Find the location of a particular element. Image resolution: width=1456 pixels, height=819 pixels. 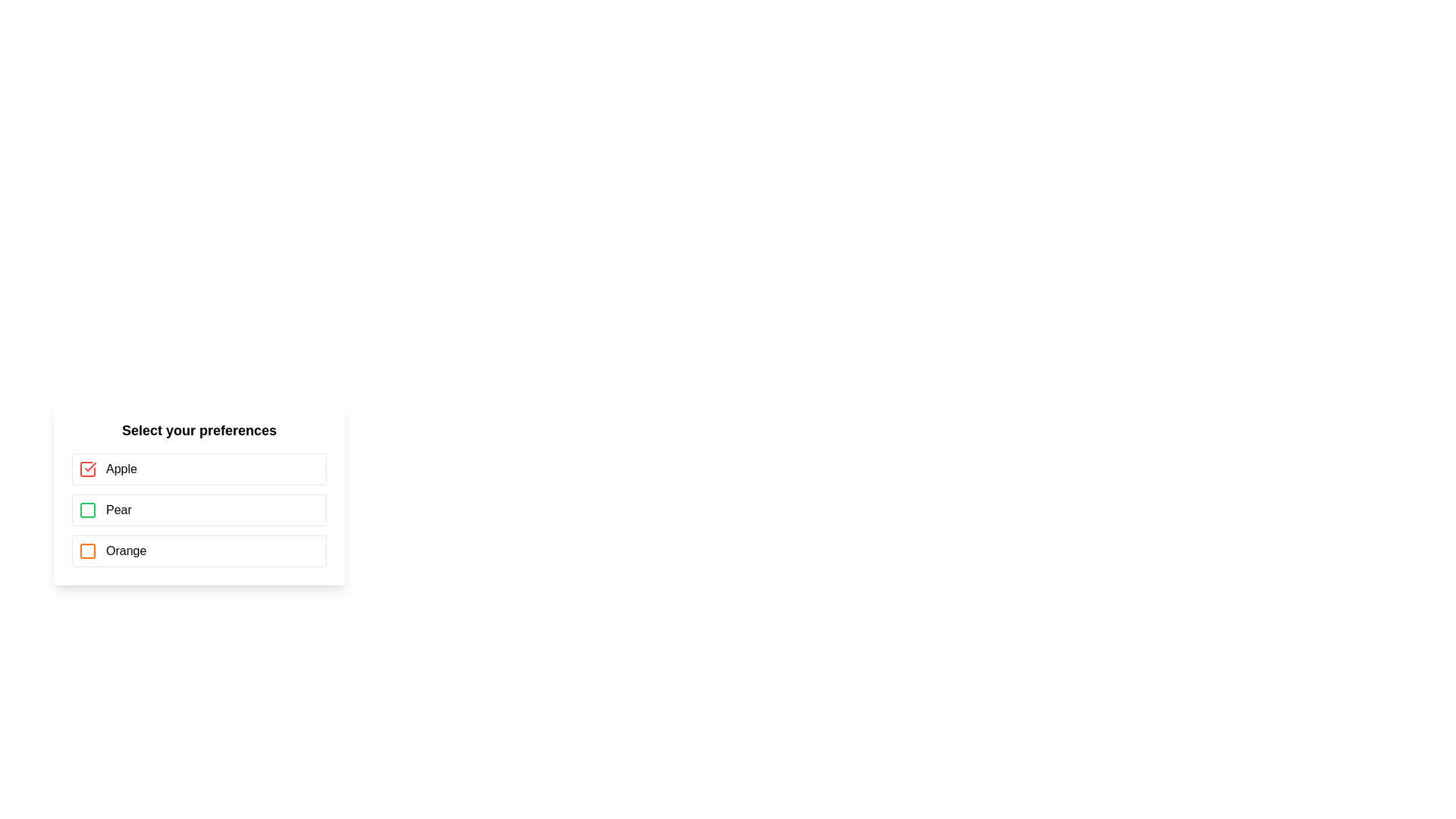

the visual status of the red checkmark icon within the outlined square, located next to the 'Apple' preference option is located at coordinates (86, 468).